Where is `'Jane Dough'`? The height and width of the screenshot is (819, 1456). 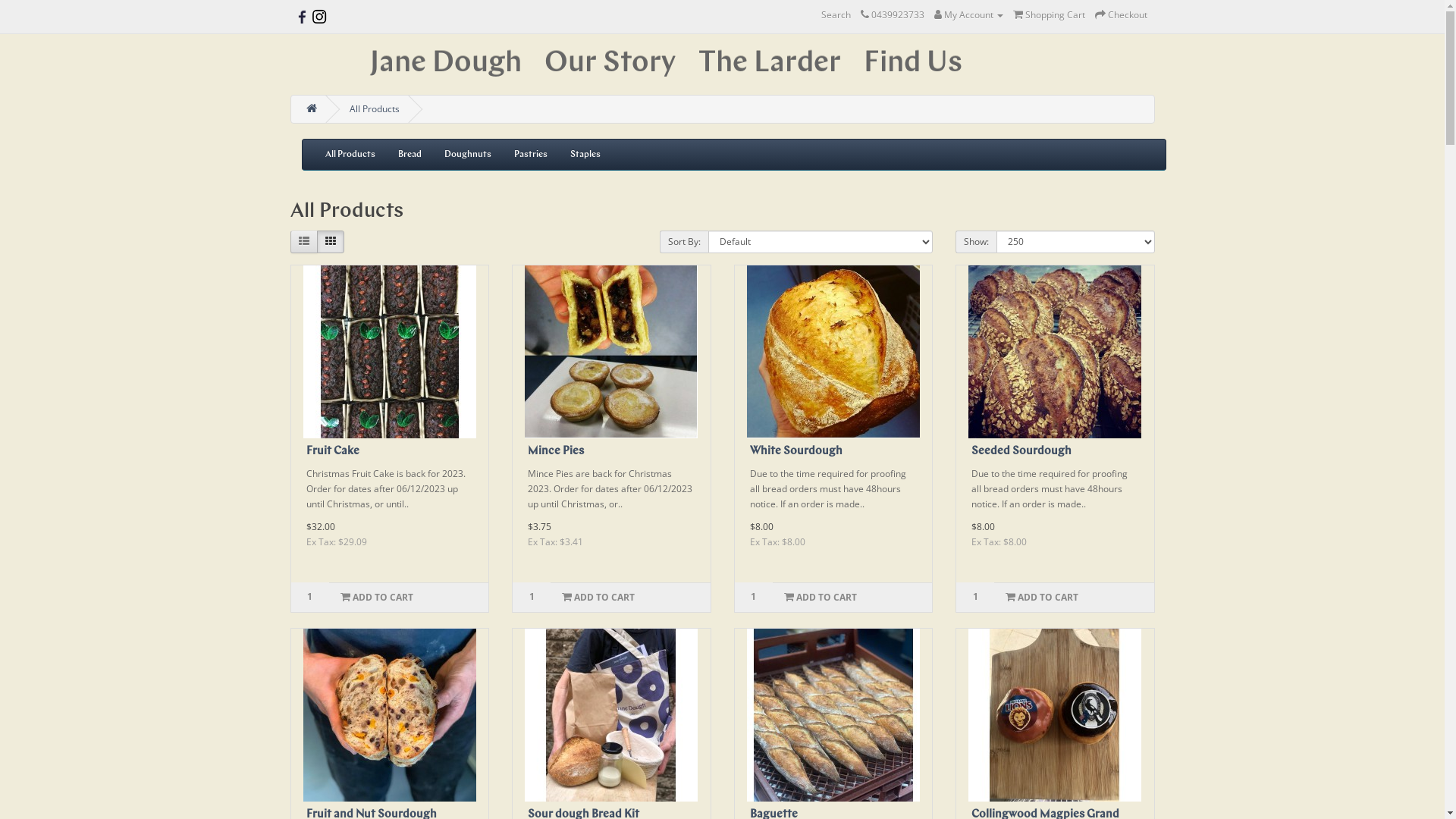 'Jane Dough' is located at coordinates (444, 63).